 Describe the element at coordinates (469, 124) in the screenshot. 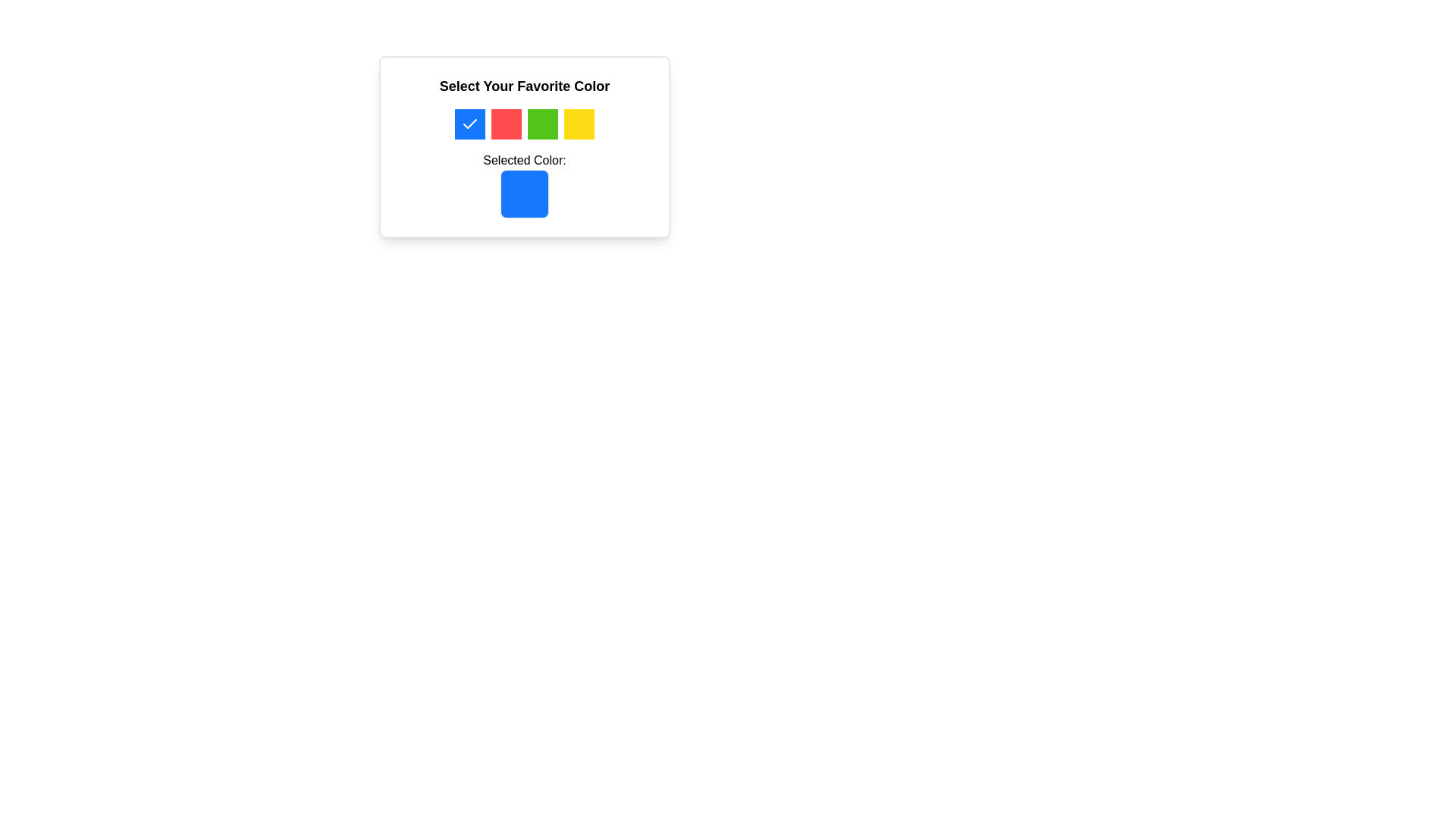

I see `the checkmark icon within the first blue tile in the color selection area` at that location.